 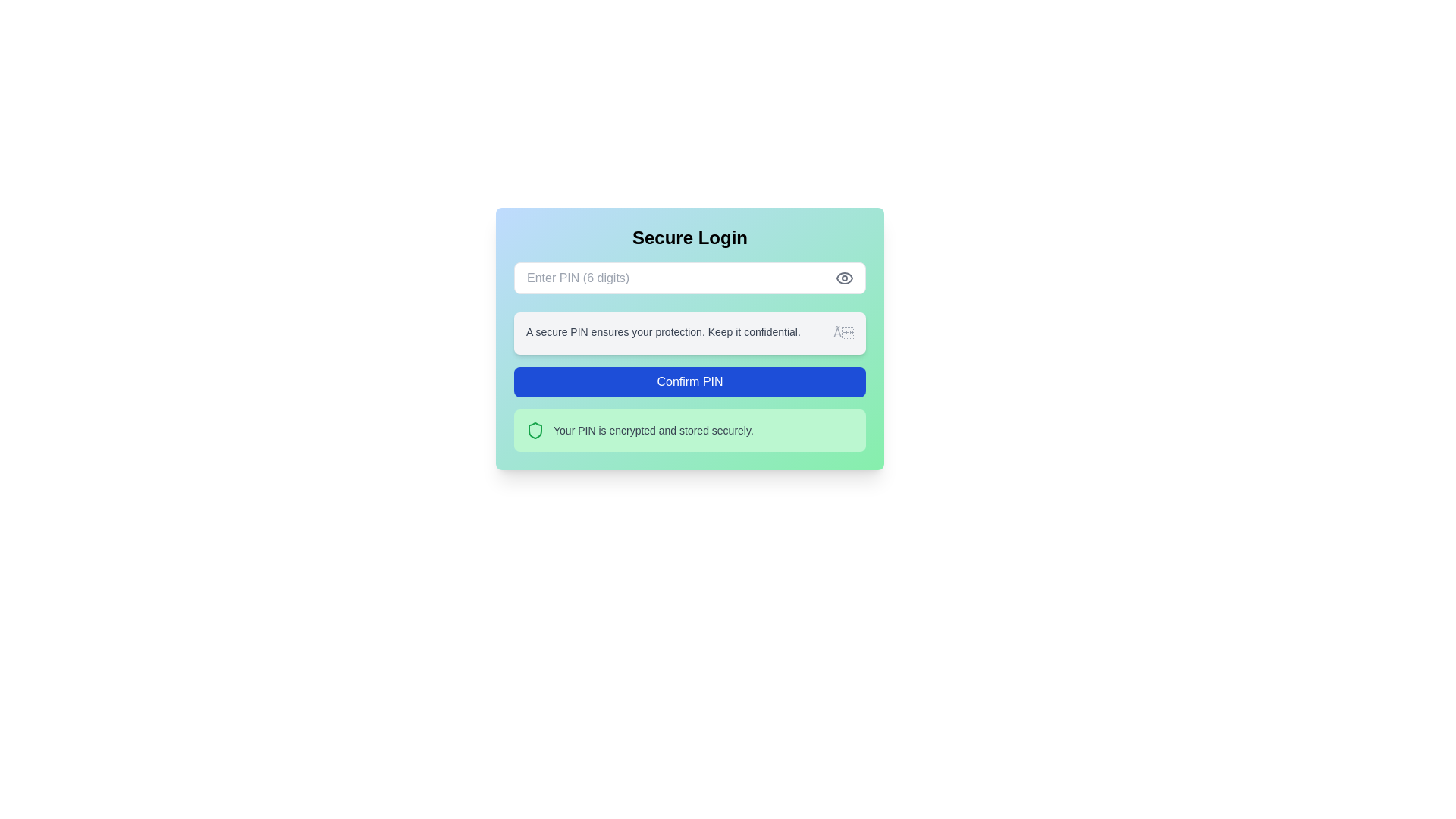 What do you see at coordinates (689, 381) in the screenshot?
I see `the confirmation button for PIN input located within the 'Secure Login' section by` at bounding box center [689, 381].